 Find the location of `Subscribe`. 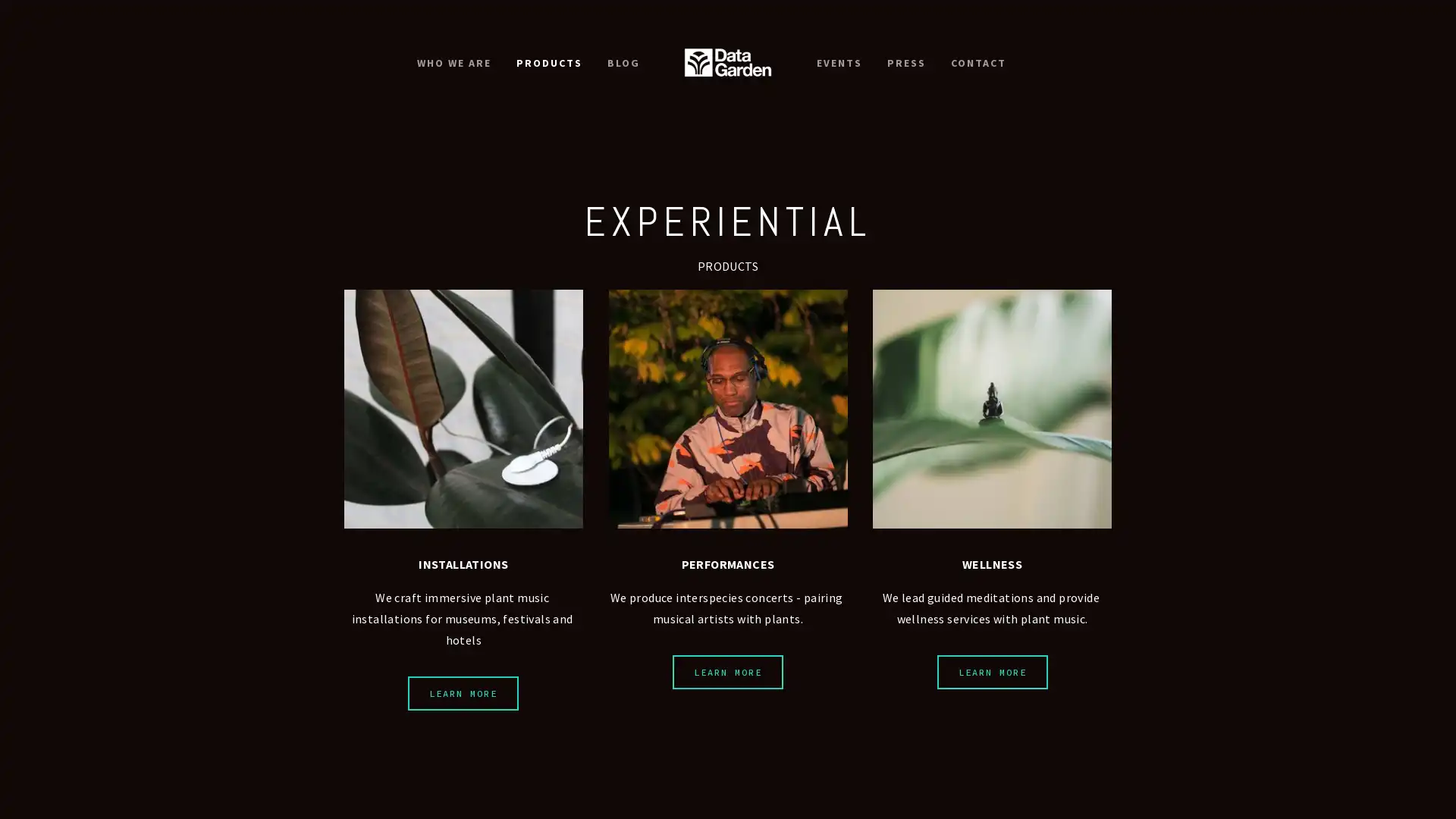

Subscribe is located at coordinates (819, 467).